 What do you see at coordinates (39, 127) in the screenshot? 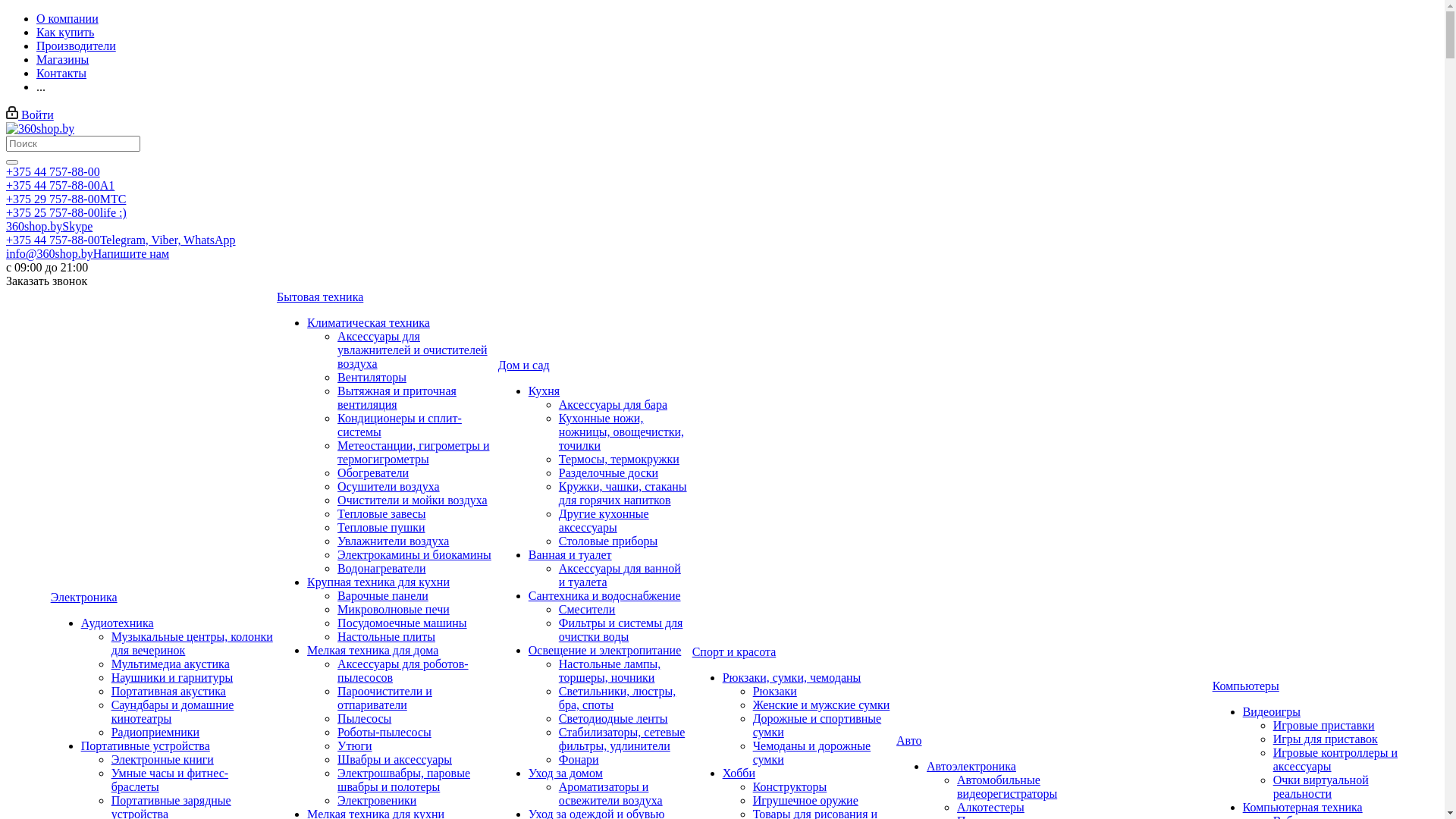
I see `'360shop.by'` at bounding box center [39, 127].